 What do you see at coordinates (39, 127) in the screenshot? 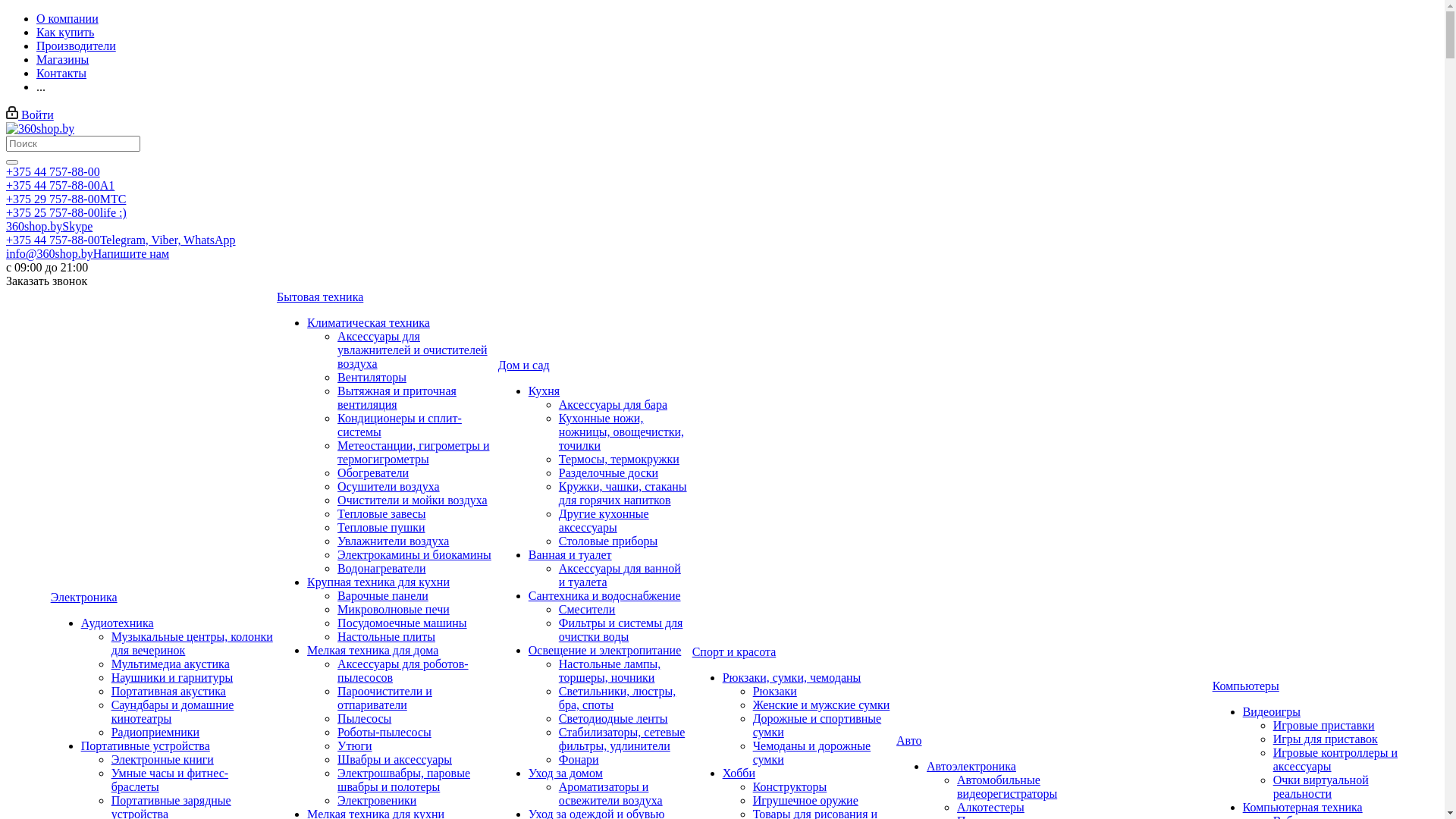
I see `'360shop.by'` at bounding box center [39, 127].